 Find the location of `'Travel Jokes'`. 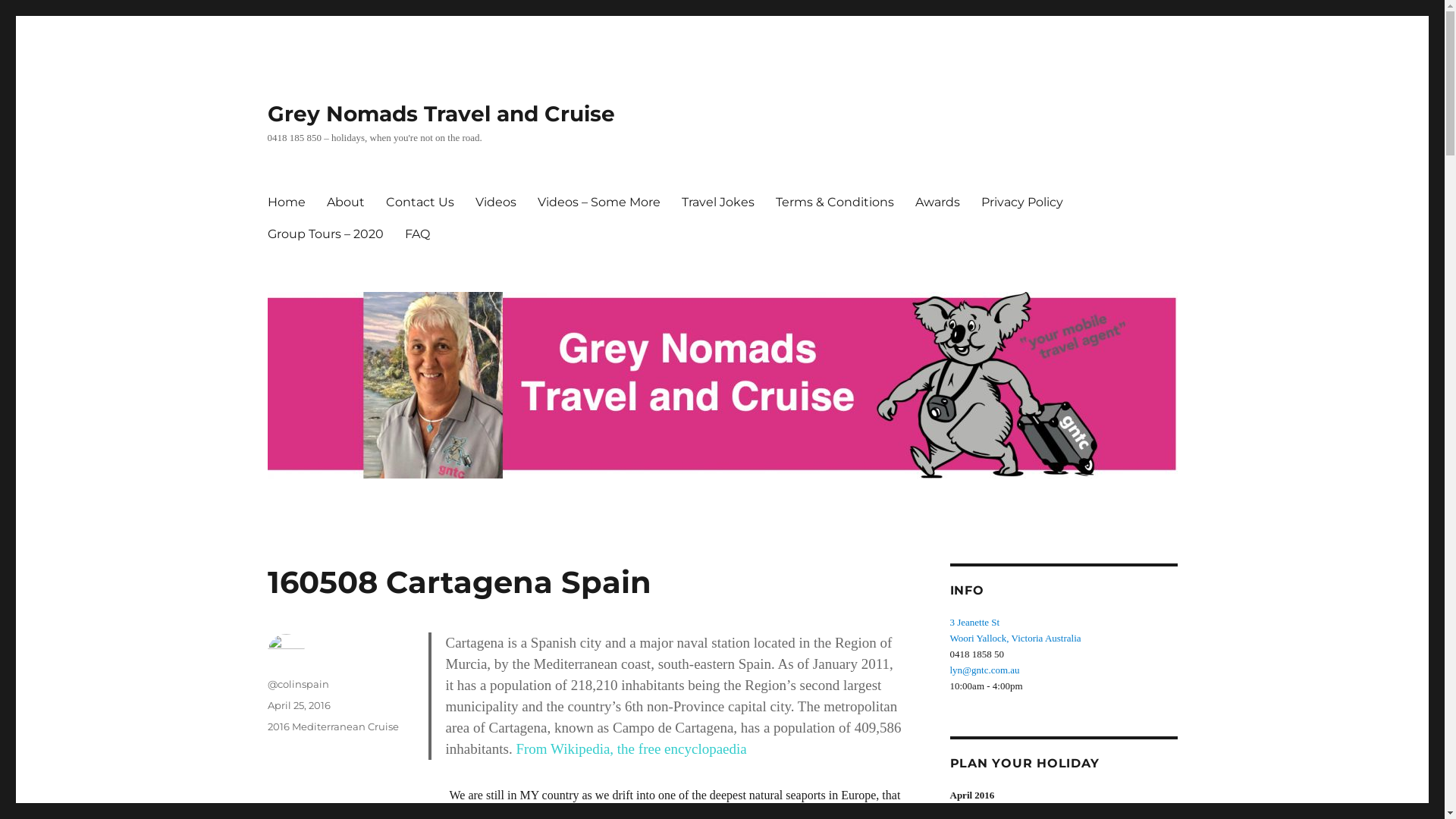

'Travel Jokes' is located at coordinates (716, 201).